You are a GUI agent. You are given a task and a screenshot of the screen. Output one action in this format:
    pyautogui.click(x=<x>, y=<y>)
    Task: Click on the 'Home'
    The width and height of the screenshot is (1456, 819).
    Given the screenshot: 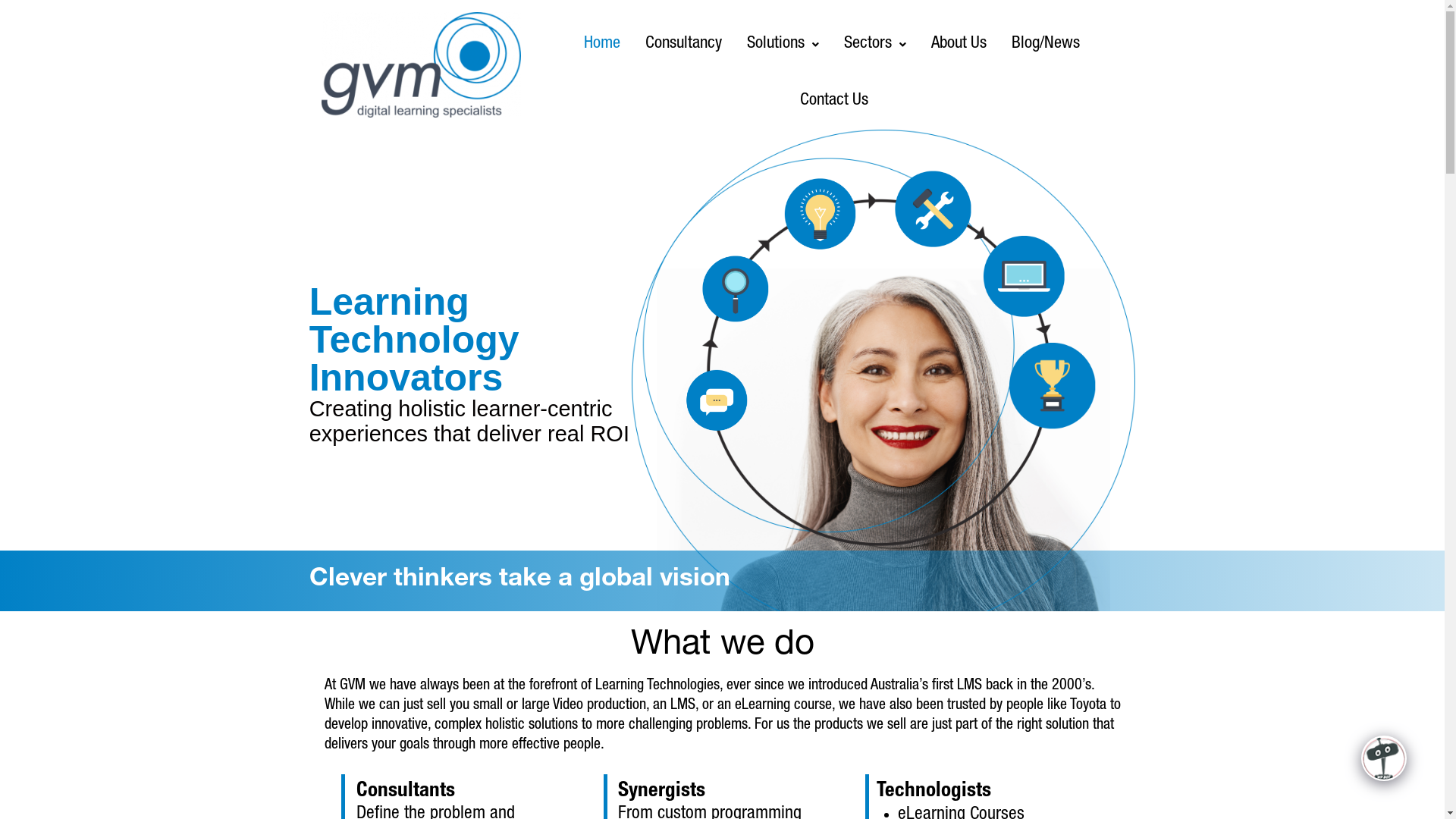 What is the action you would take?
    pyautogui.click(x=572, y=43)
    